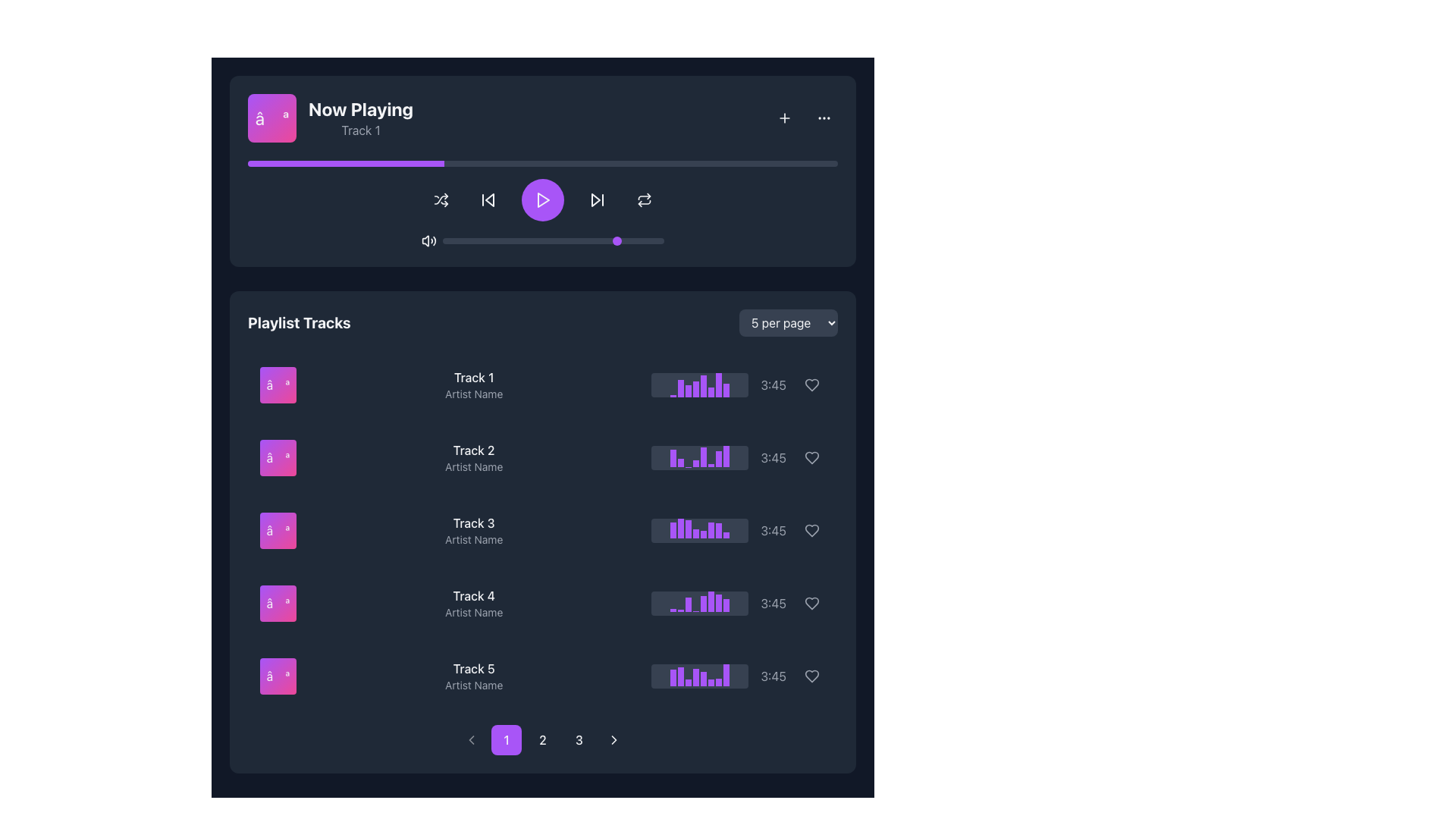  Describe the element at coordinates (773, 529) in the screenshot. I see `the duration text label for the third track in the playlist, which is located in the middle-right section next to a bar graph and a heart icon` at that location.